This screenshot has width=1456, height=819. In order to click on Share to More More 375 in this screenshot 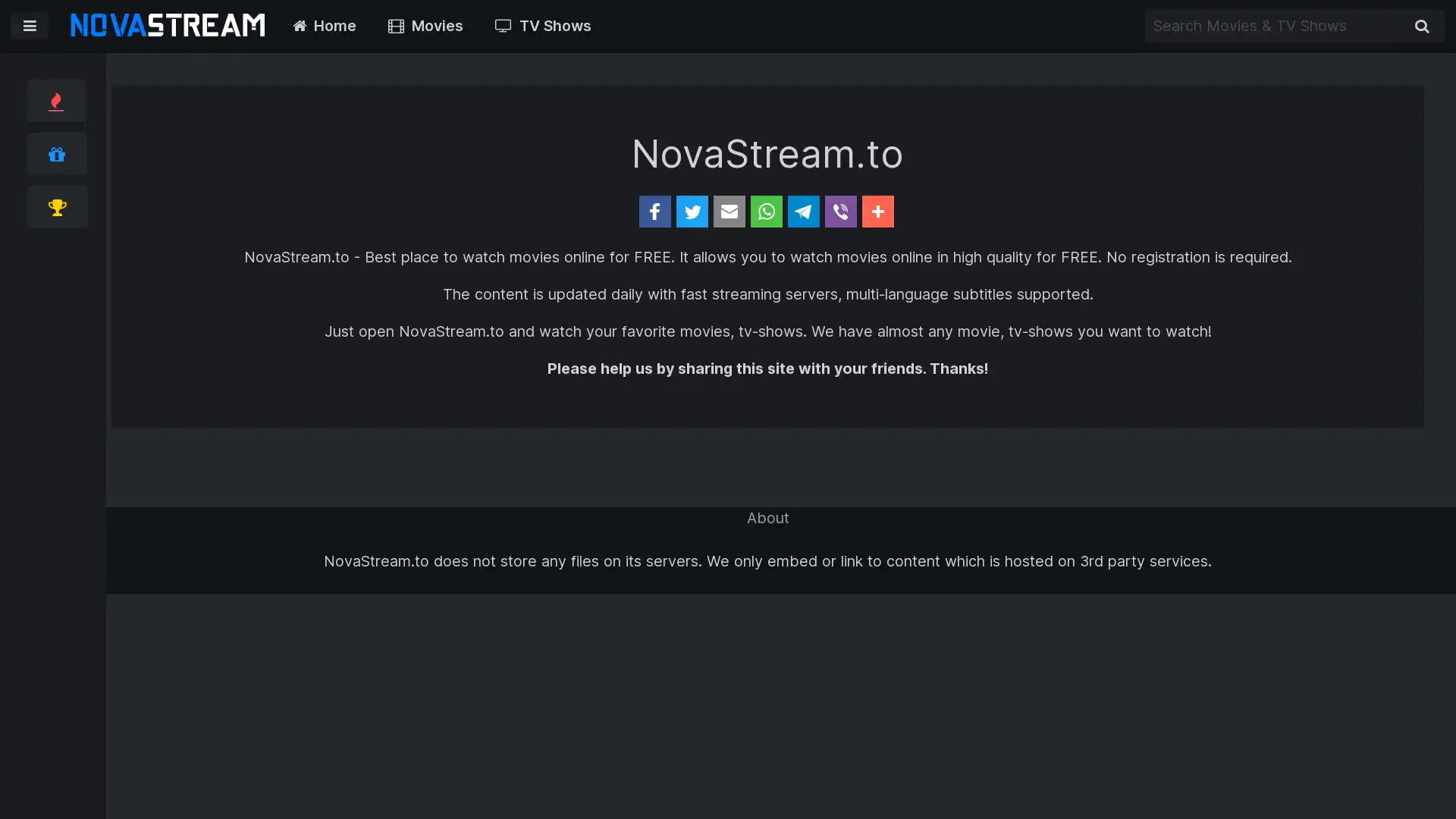, I will do `click(1029, 211)`.